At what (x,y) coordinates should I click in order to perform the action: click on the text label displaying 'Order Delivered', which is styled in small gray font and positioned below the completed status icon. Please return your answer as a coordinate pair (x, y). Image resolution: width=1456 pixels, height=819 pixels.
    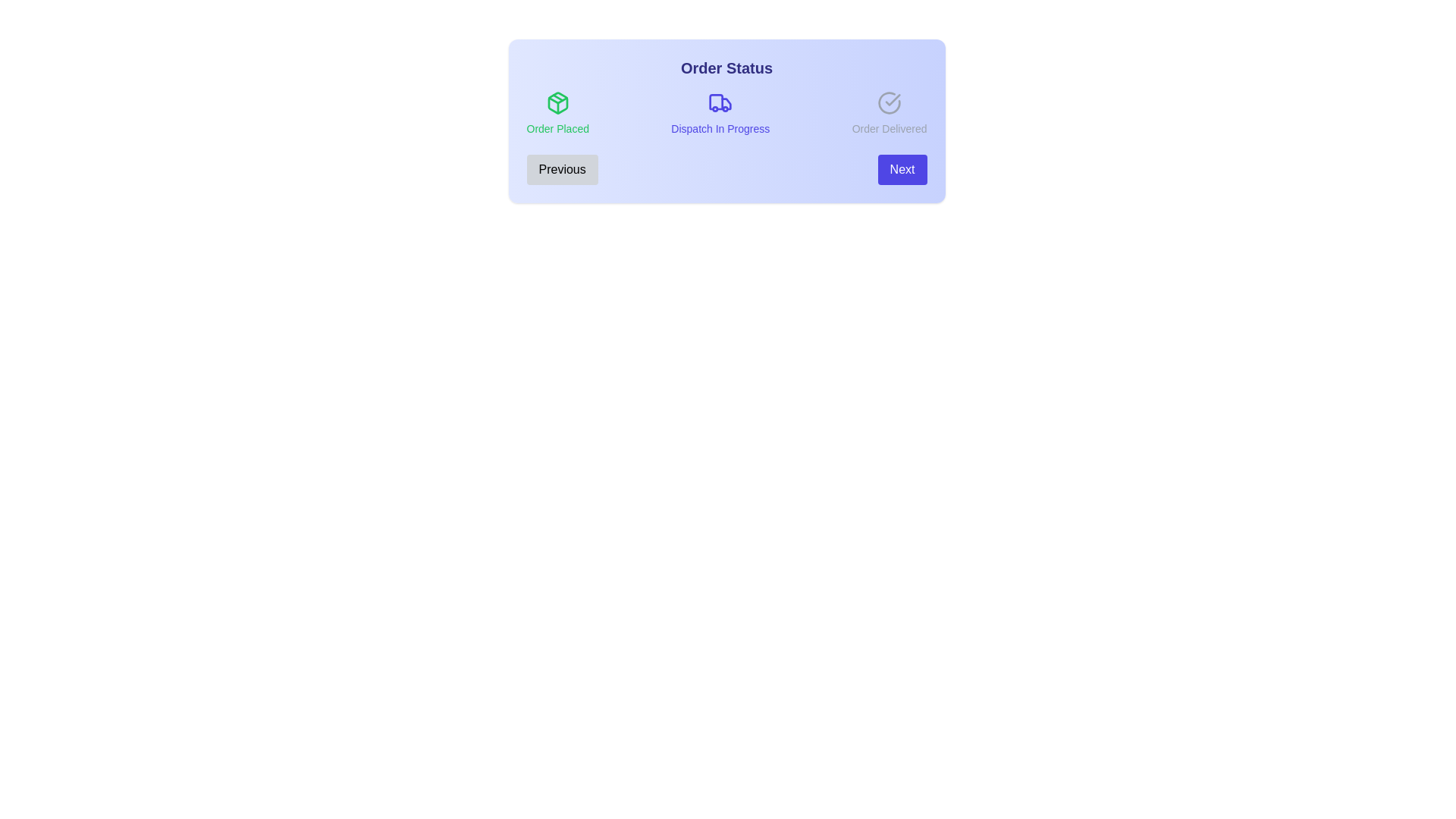
    Looking at the image, I should click on (890, 127).